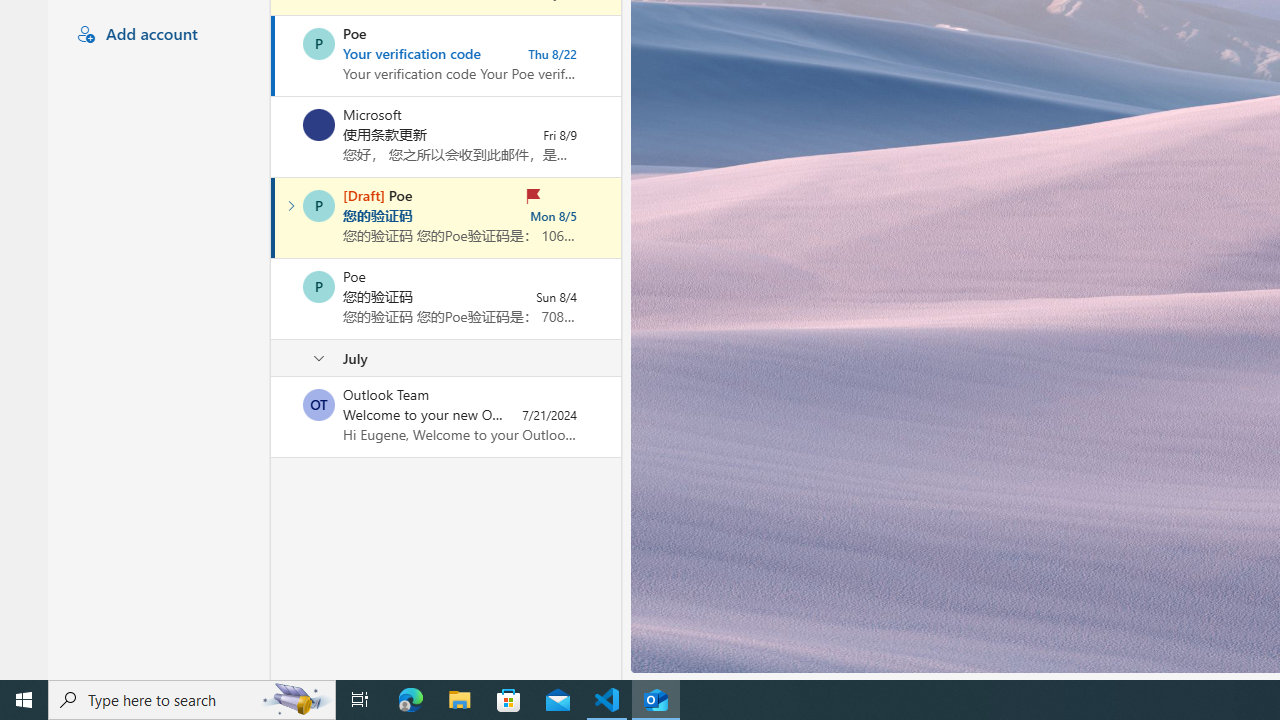 The width and height of the screenshot is (1280, 720). Describe the element at coordinates (272, 416) in the screenshot. I see `'Mark as unread'` at that location.